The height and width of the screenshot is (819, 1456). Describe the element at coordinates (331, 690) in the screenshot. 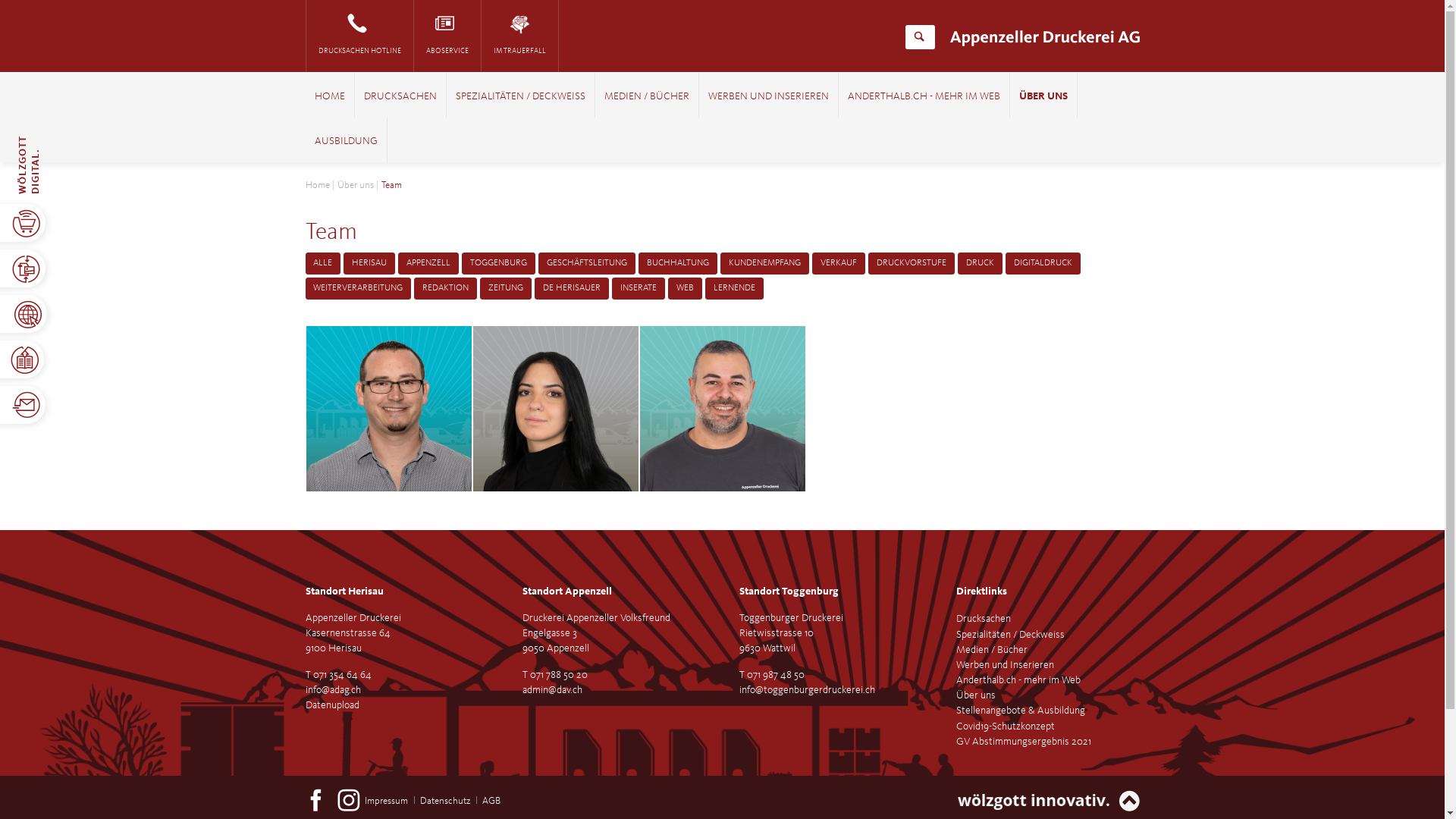

I see `'info@adag.ch'` at that location.